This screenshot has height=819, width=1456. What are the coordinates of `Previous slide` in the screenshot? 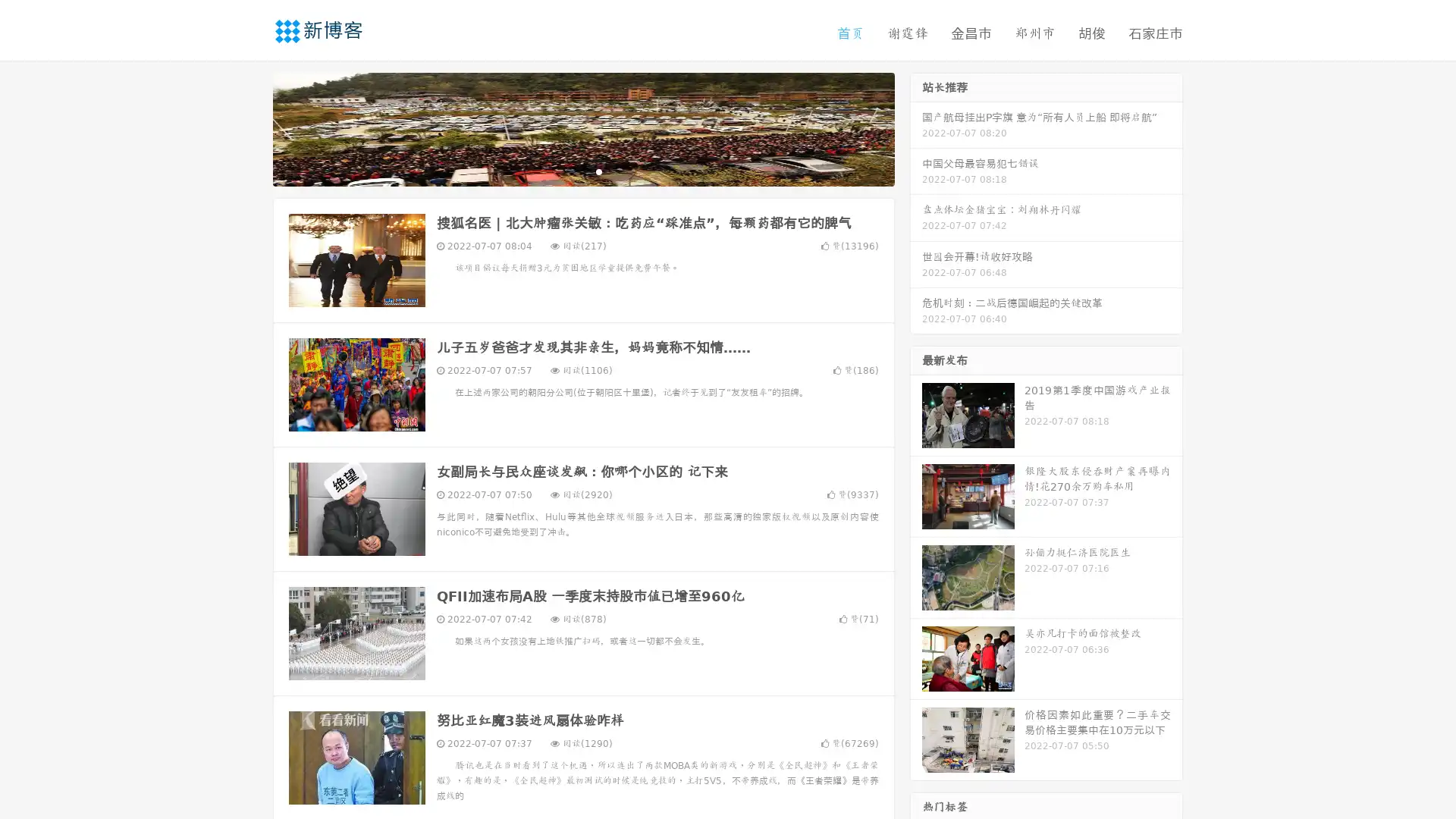 It's located at (250, 127).